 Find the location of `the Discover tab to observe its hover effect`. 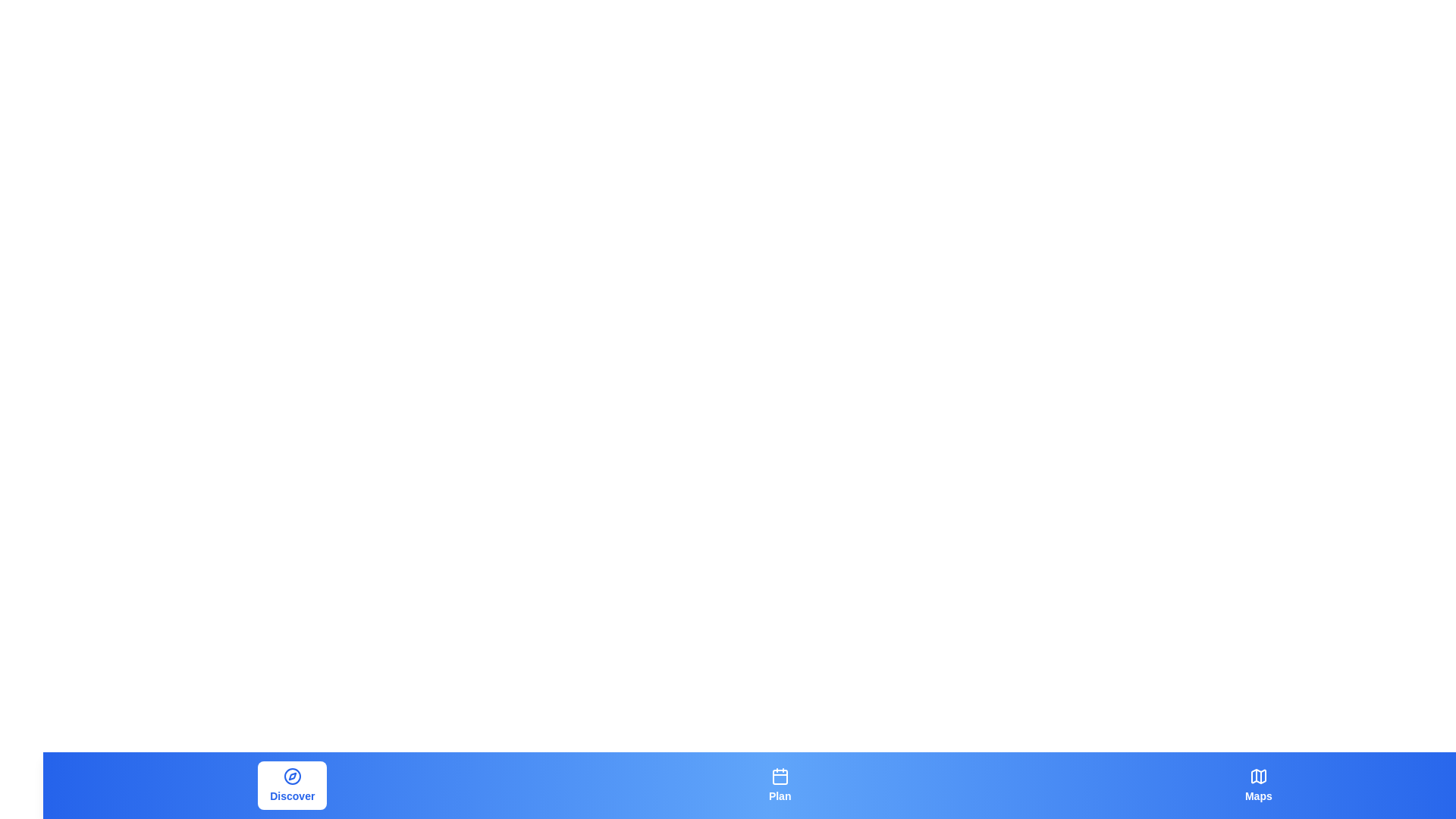

the Discover tab to observe its hover effect is located at coordinates (292, 785).